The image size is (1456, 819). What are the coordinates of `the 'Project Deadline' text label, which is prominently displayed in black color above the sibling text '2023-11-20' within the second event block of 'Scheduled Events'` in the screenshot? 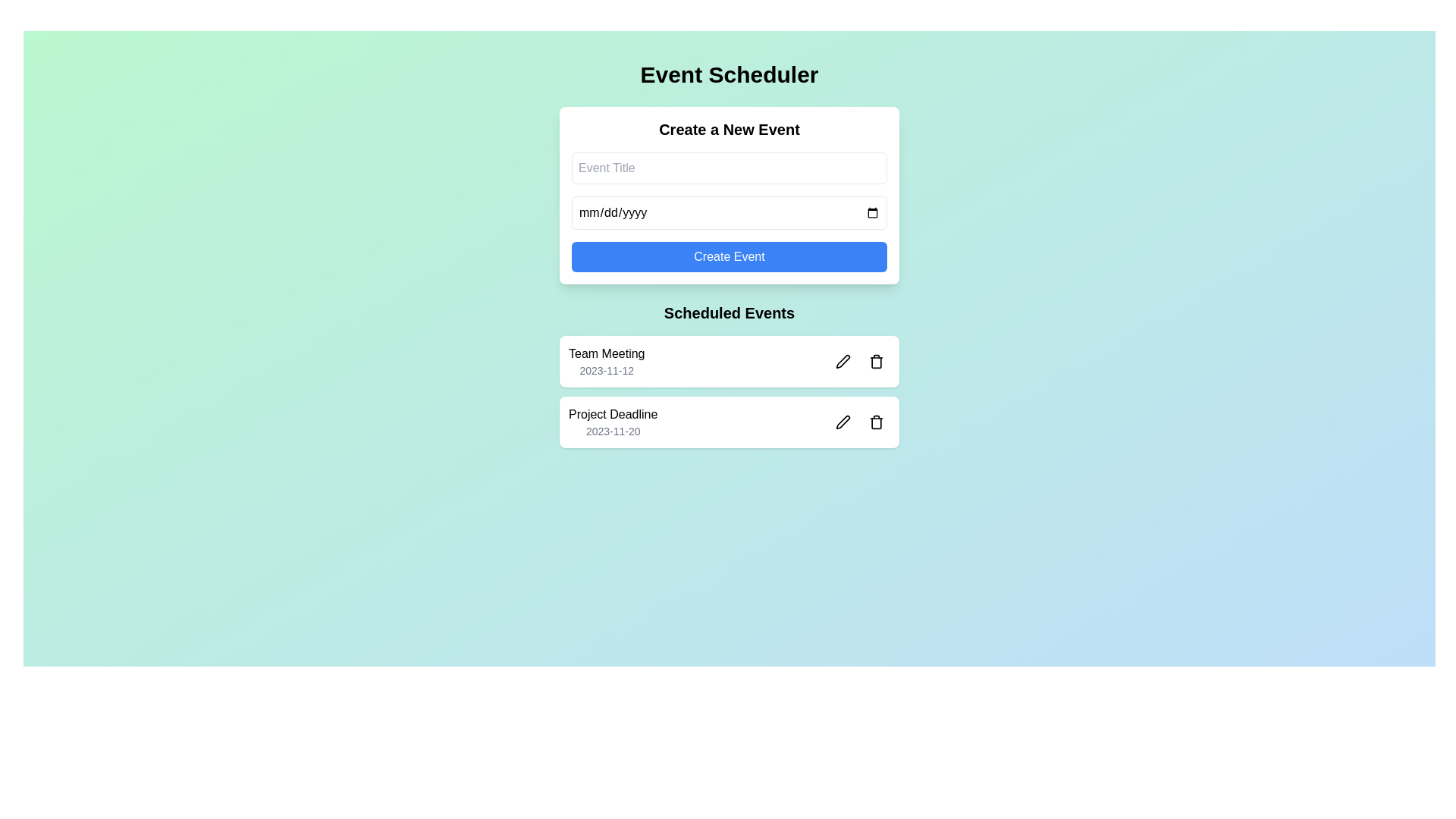 It's located at (613, 415).